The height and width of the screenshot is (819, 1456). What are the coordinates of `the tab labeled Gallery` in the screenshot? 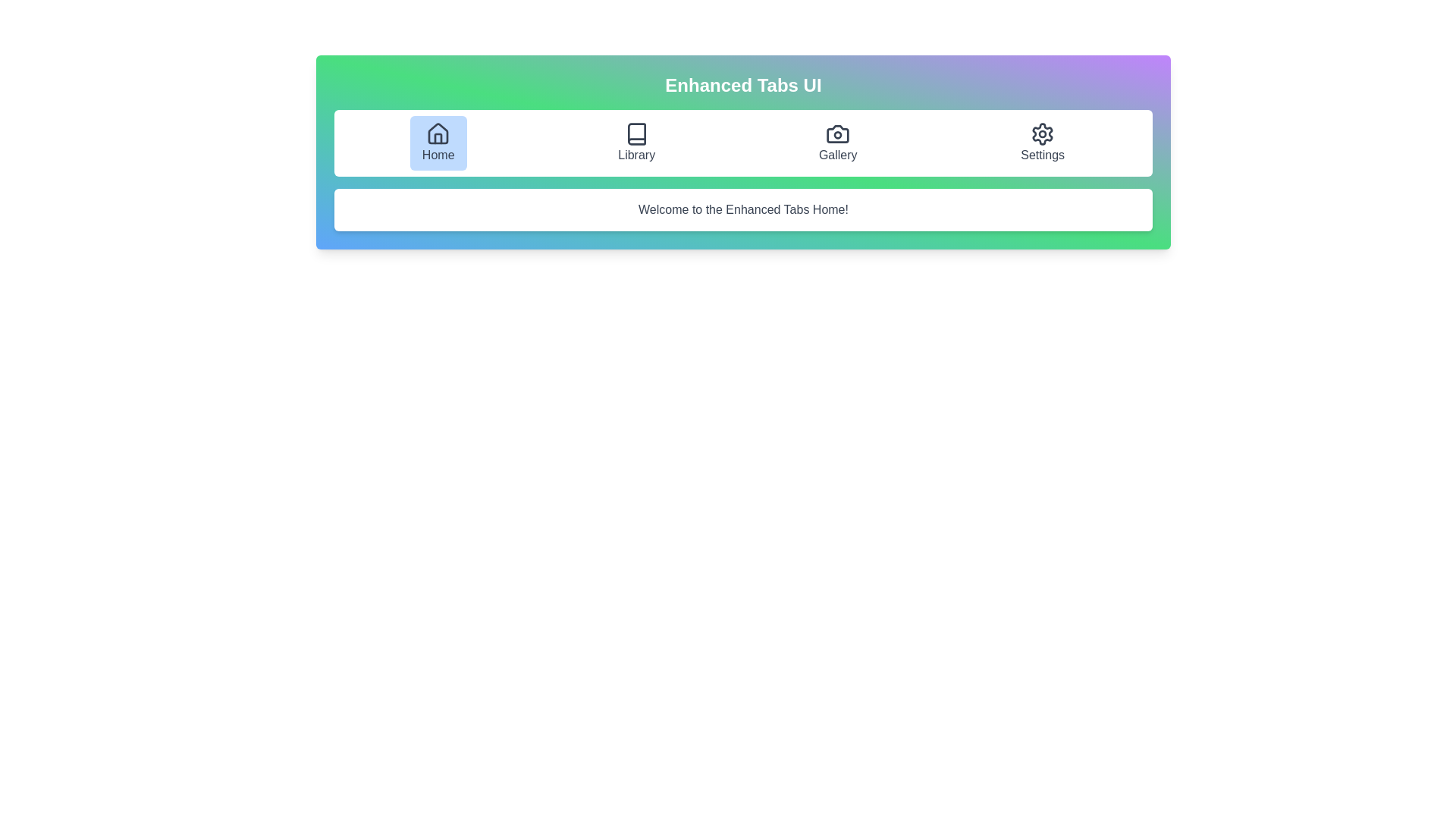 It's located at (837, 143).